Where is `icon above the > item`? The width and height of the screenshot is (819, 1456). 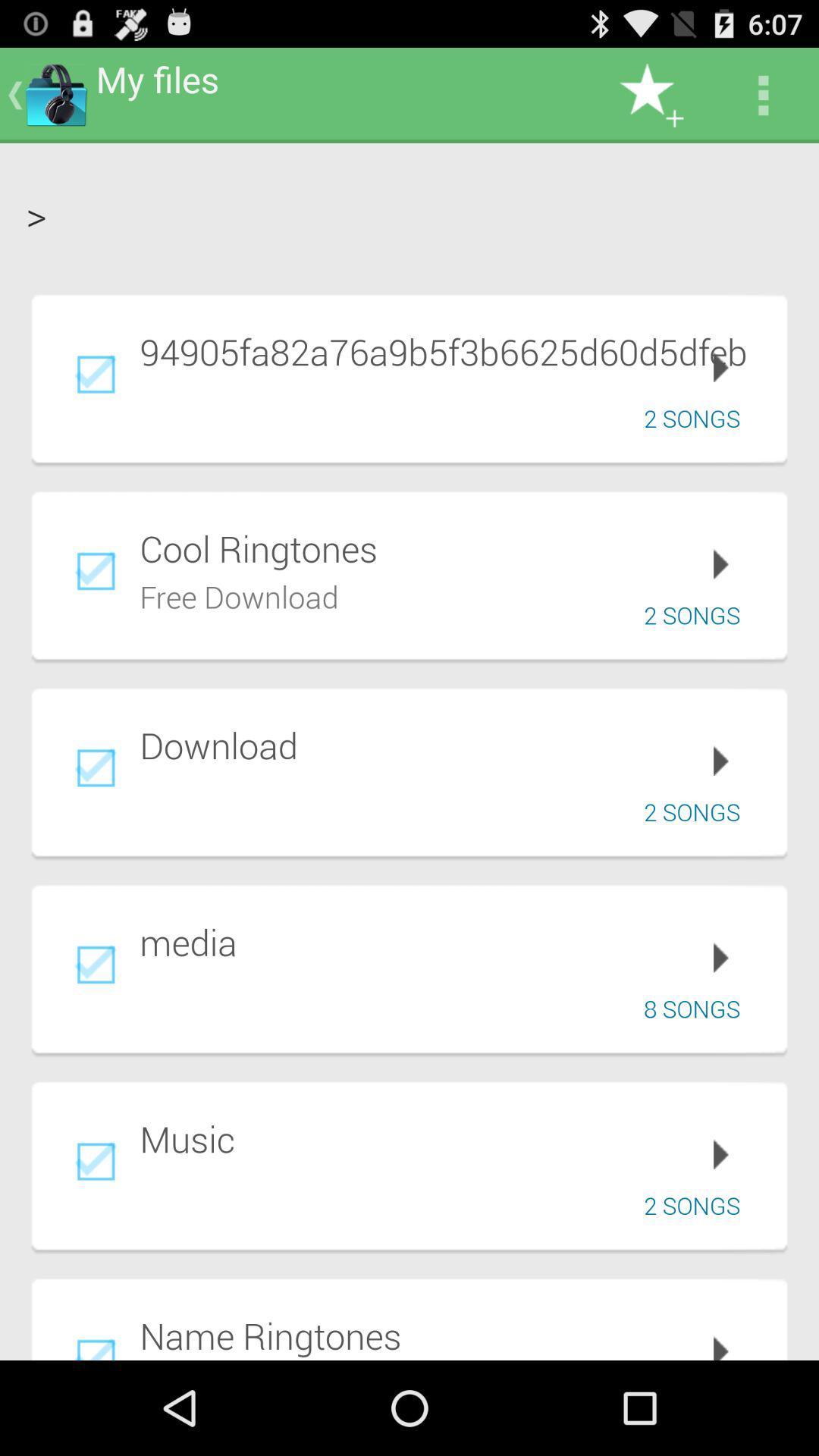
icon above the > item is located at coordinates (651, 94).